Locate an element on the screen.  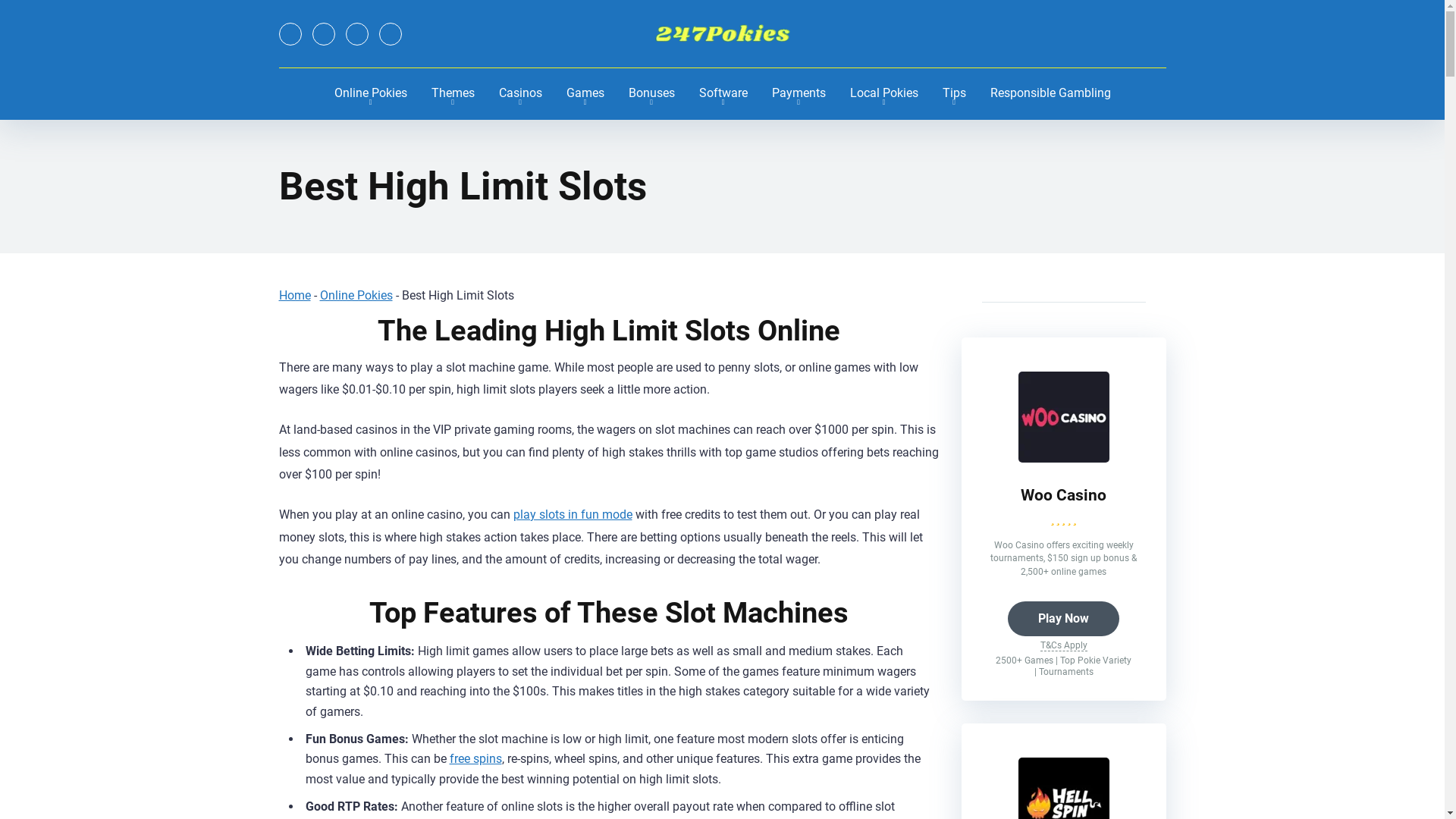
'Local Pokies' is located at coordinates (836, 93).